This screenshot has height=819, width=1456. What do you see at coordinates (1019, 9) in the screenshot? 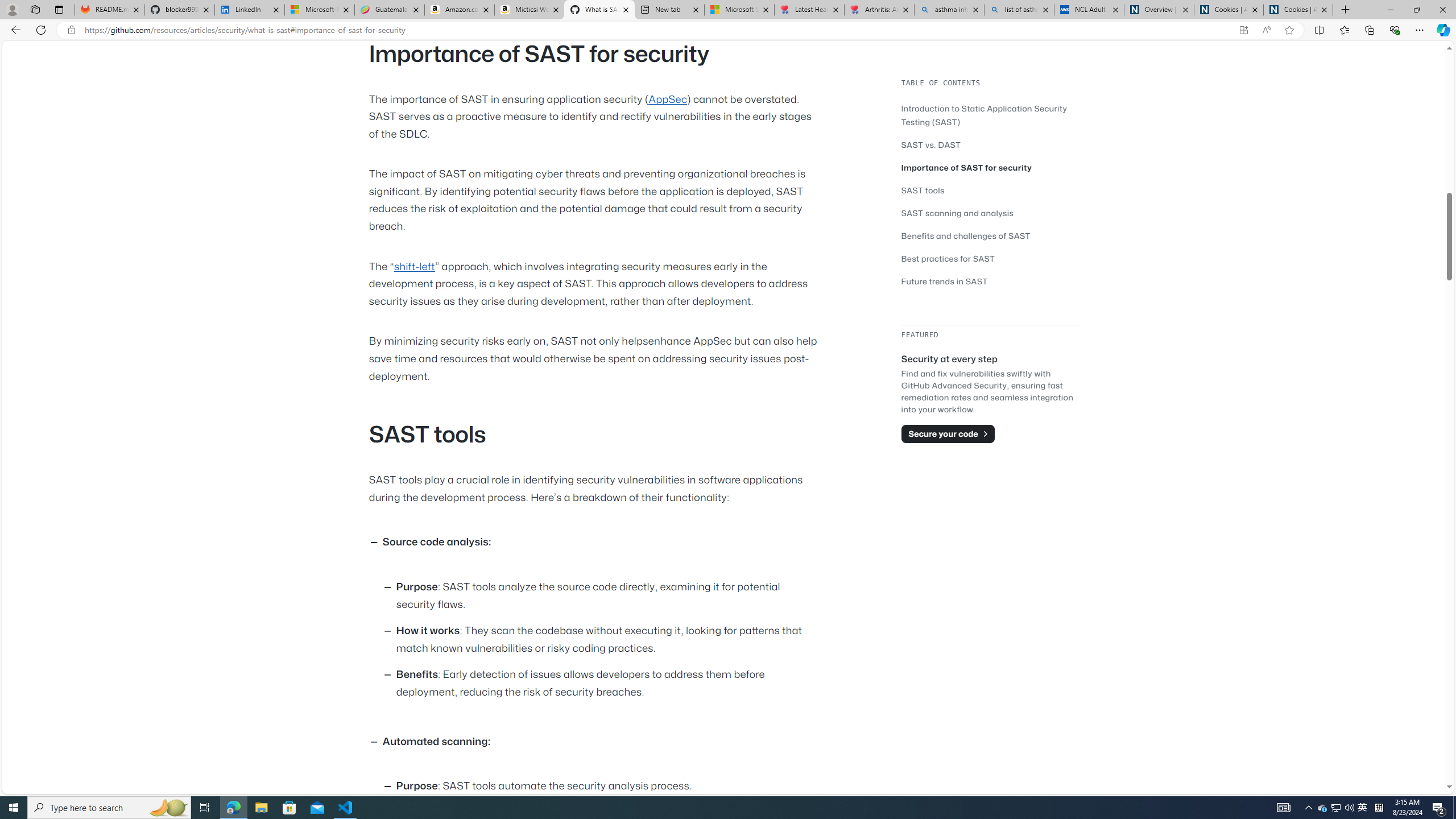
I see `'list of asthma inhalers uk - Search'` at bounding box center [1019, 9].